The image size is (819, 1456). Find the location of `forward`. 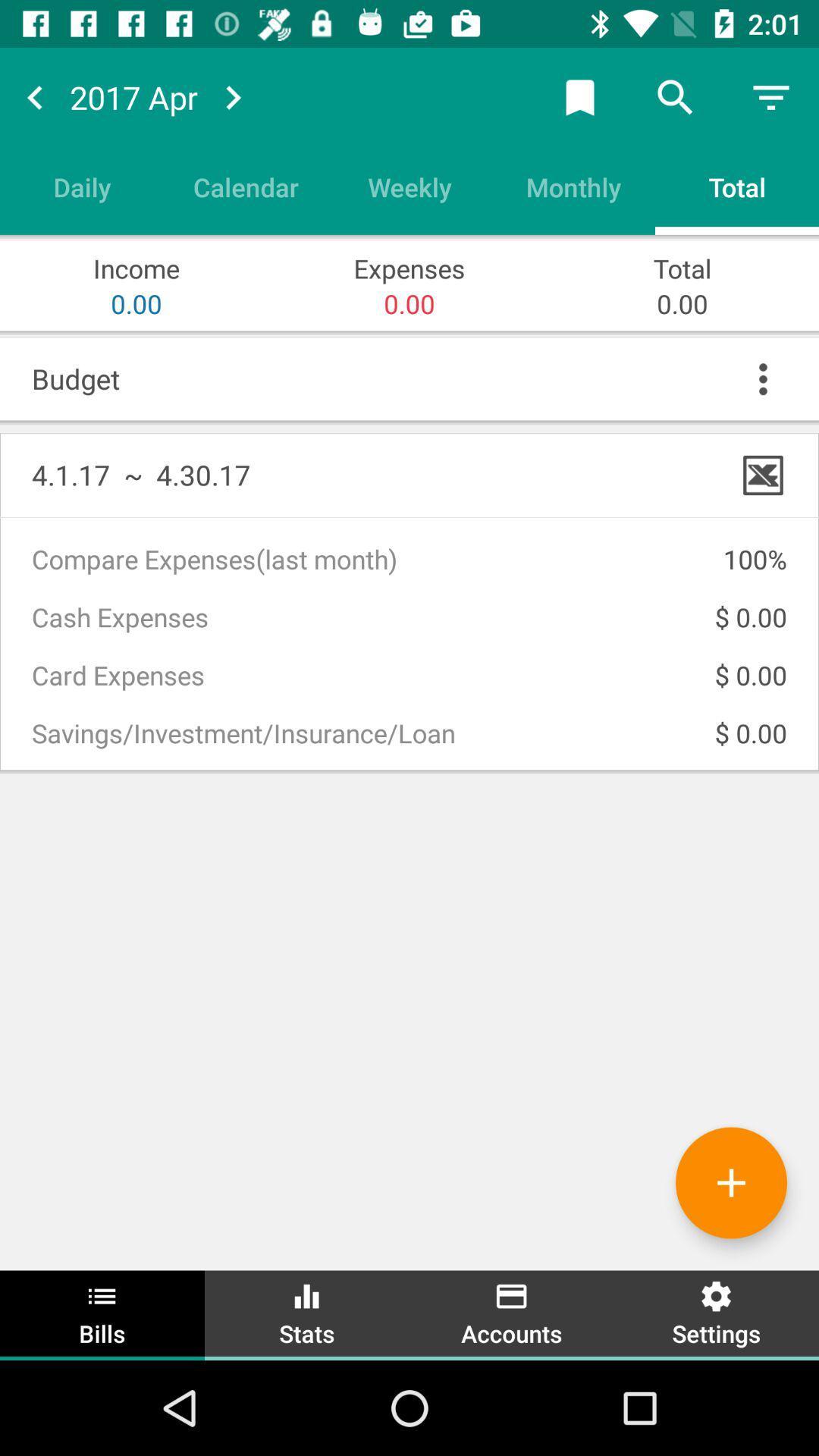

forward is located at coordinates (233, 96).